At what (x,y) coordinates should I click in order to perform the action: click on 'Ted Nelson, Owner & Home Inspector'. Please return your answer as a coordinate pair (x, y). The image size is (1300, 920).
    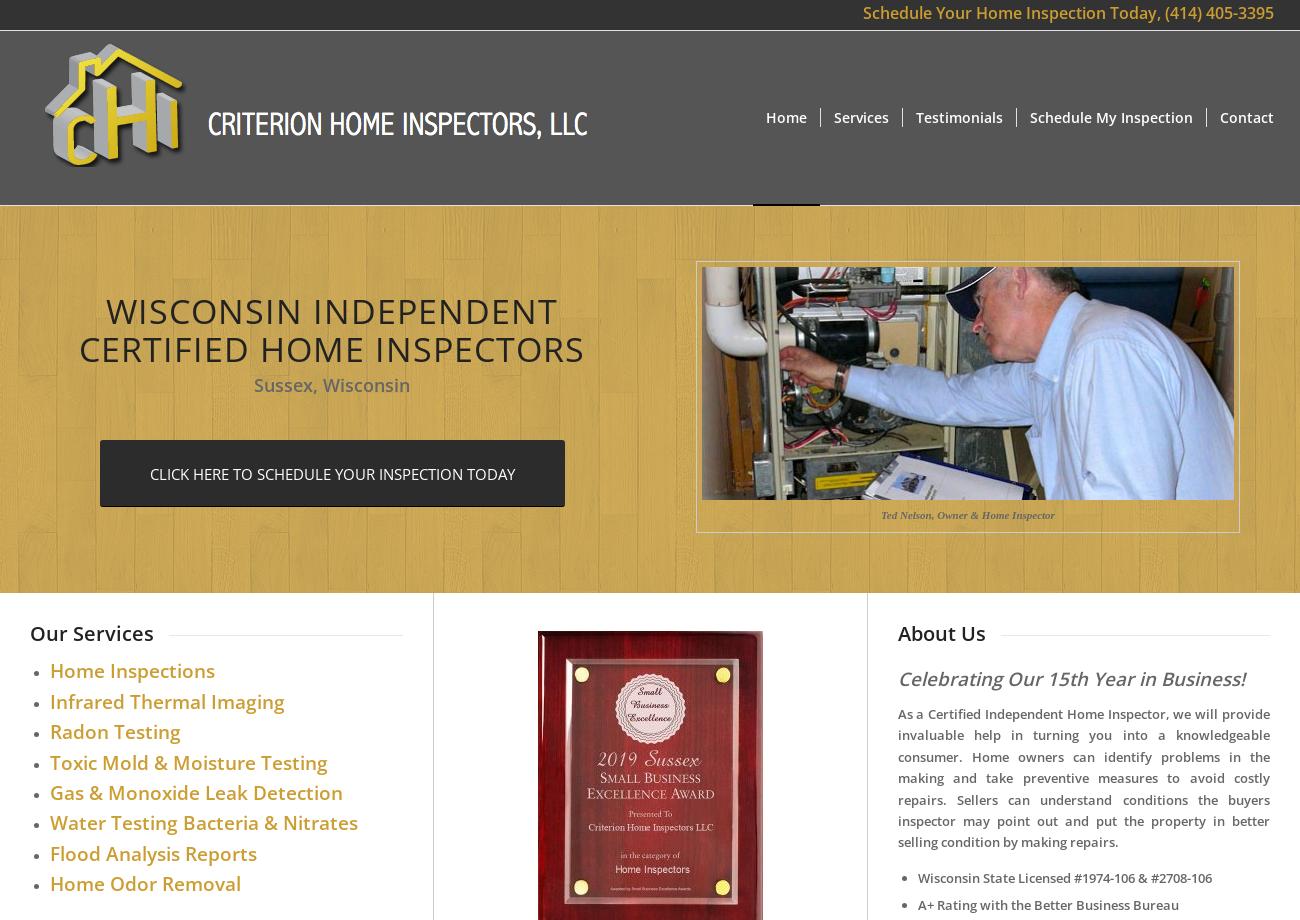
    Looking at the image, I should click on (967, 515).